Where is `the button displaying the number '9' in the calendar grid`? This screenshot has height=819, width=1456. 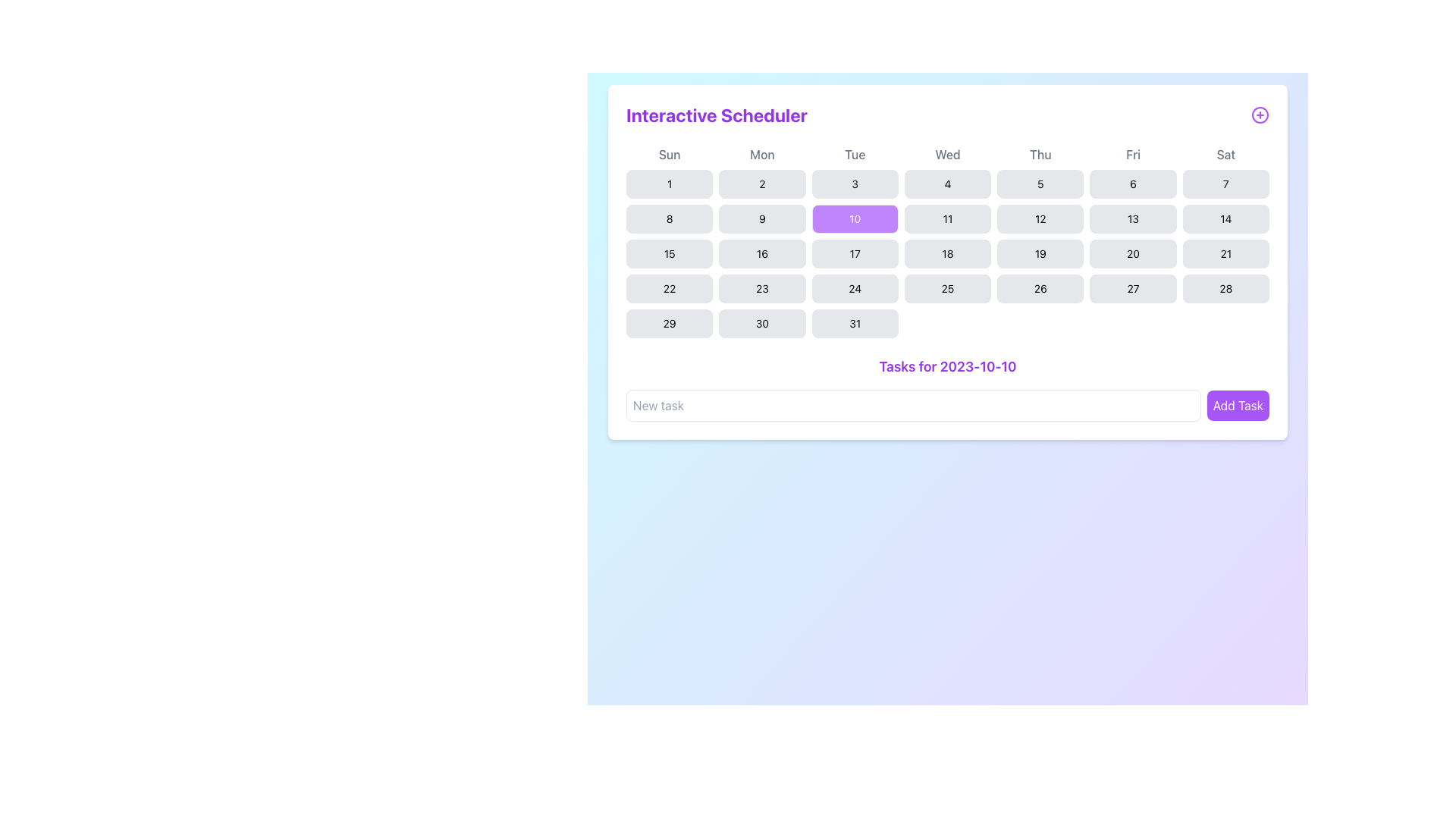
the button displaying the number '9' in the calendar grid is located at coordinates (762, 219).